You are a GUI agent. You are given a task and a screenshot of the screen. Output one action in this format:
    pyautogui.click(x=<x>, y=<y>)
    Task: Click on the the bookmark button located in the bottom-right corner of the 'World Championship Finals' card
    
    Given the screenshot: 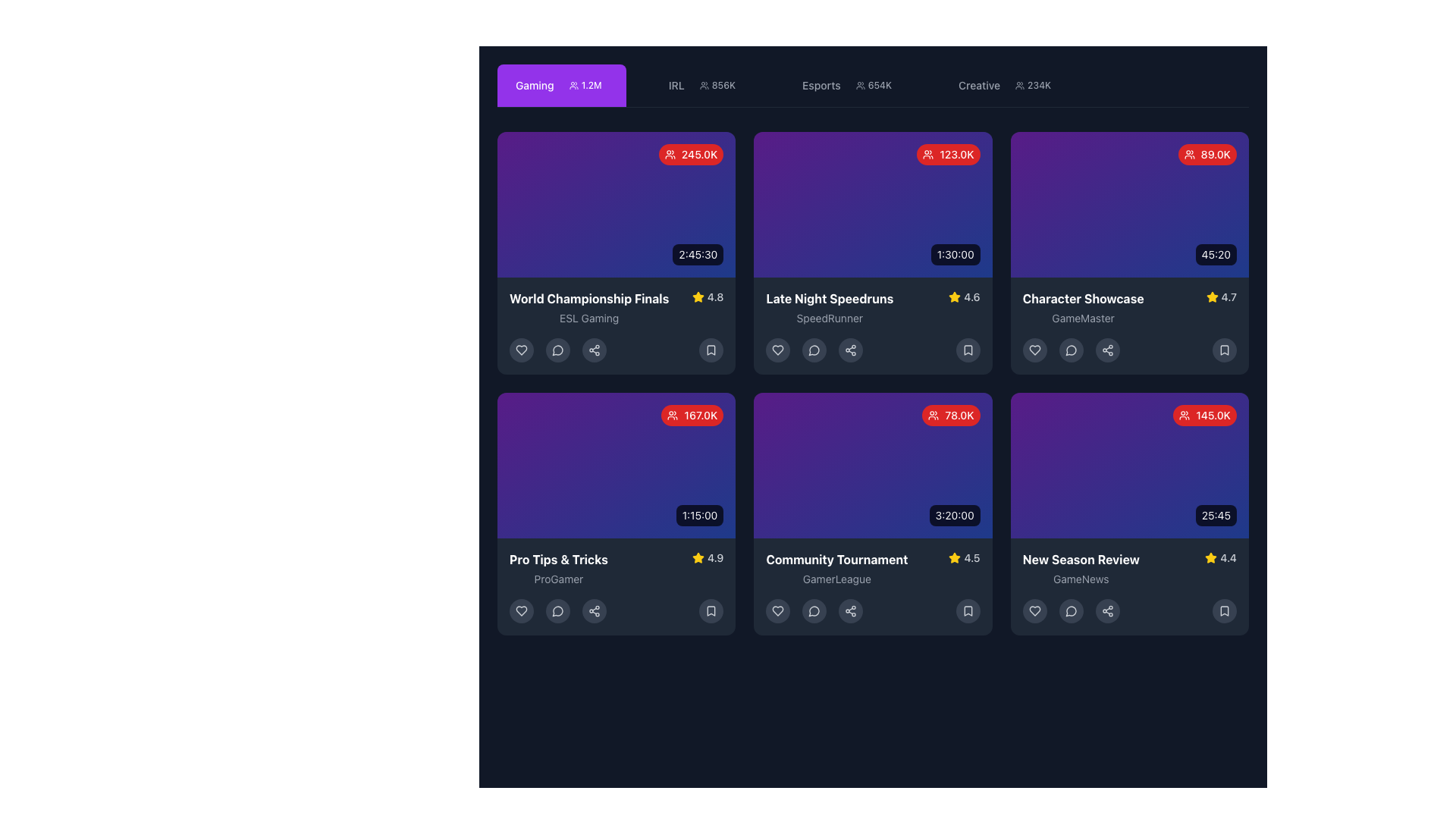 What is the action you would take?
    pyautogui.click(x=711, y=350)
    